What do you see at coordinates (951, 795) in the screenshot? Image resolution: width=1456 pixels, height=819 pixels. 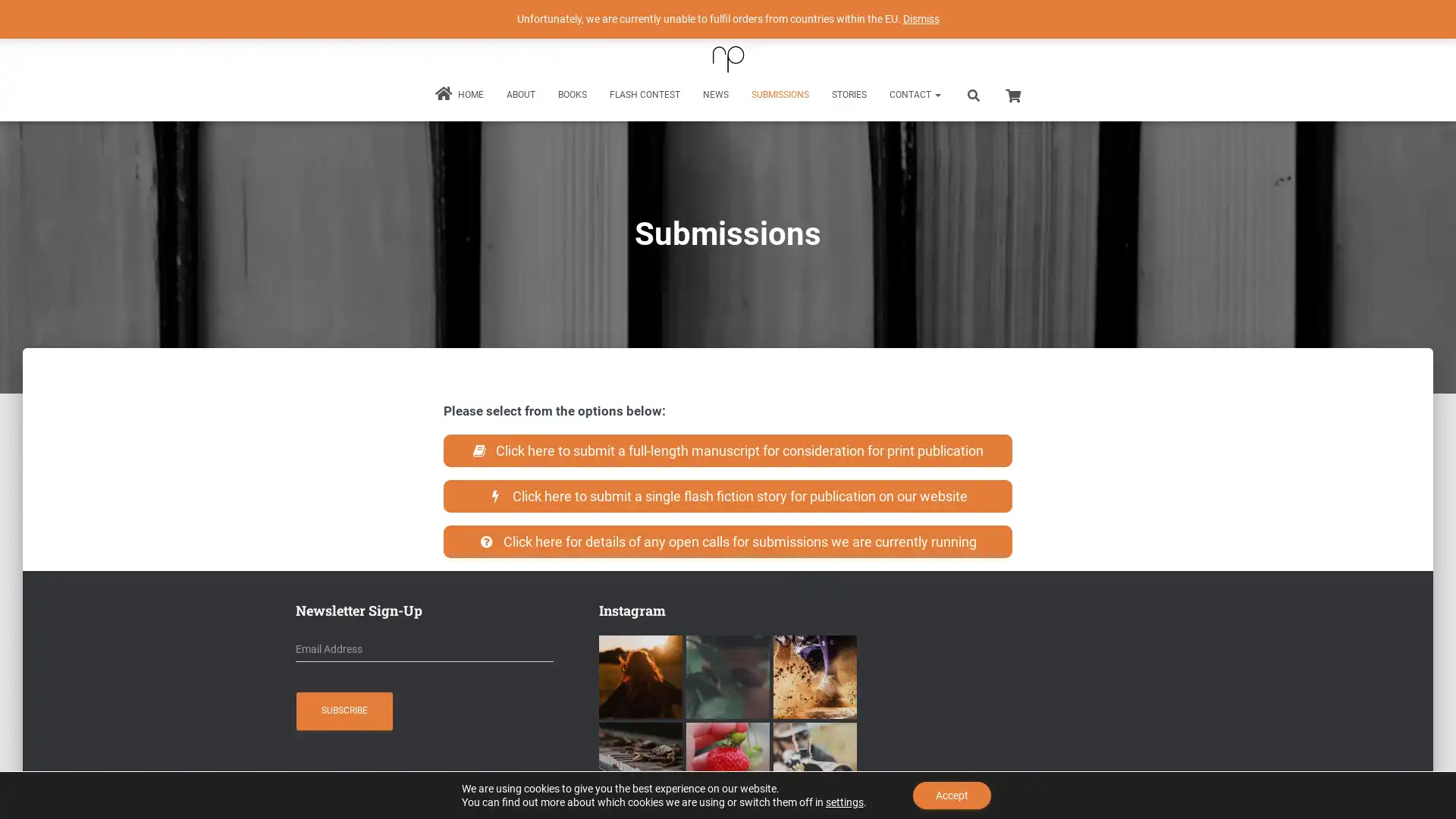 I see `Accept` at bounding box center [951, 795].